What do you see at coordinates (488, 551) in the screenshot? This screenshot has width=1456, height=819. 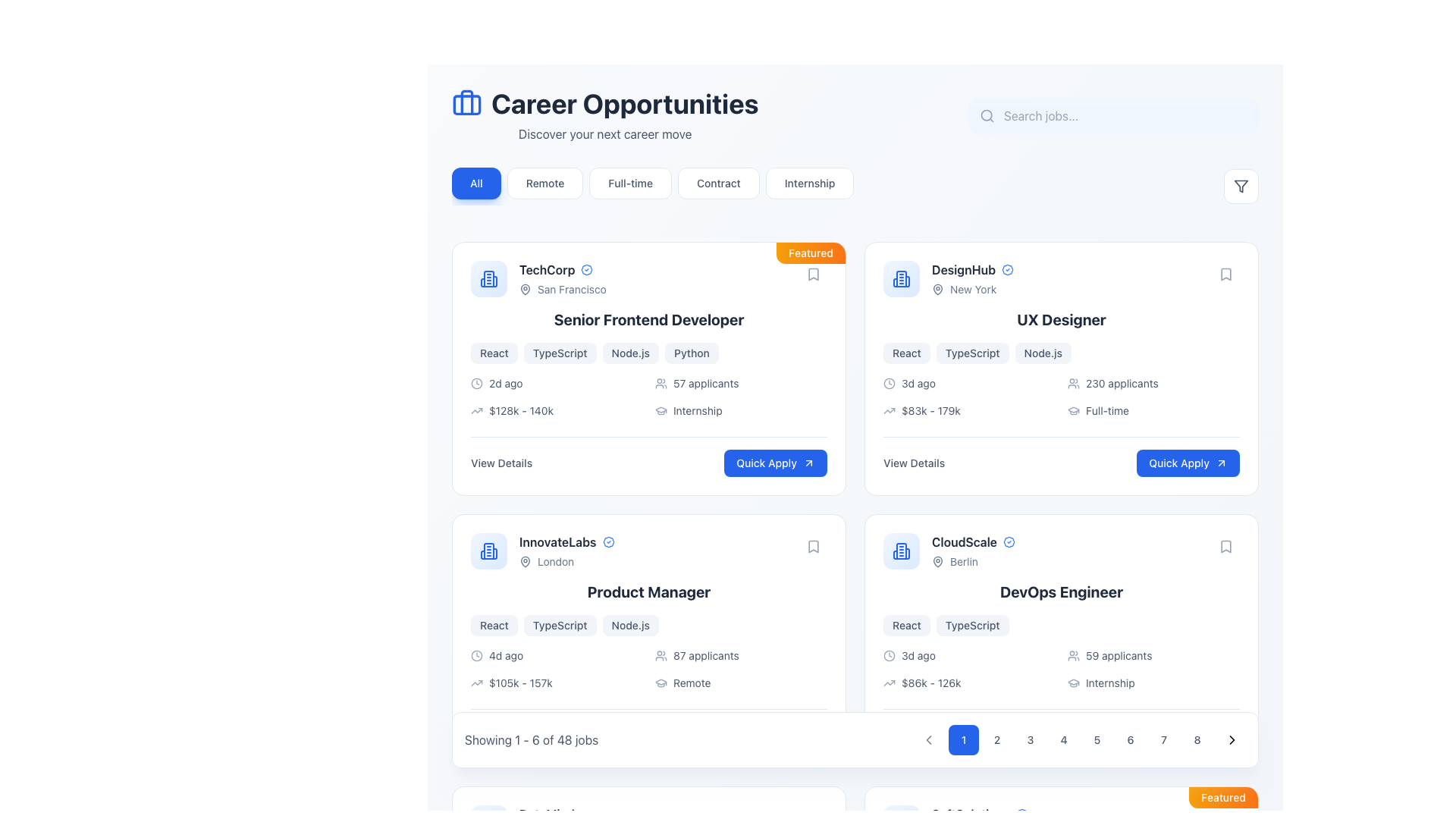 I see `the SVG icon representing the company associated with the InnovateLabs job listing` at bounding box center [488, 551].